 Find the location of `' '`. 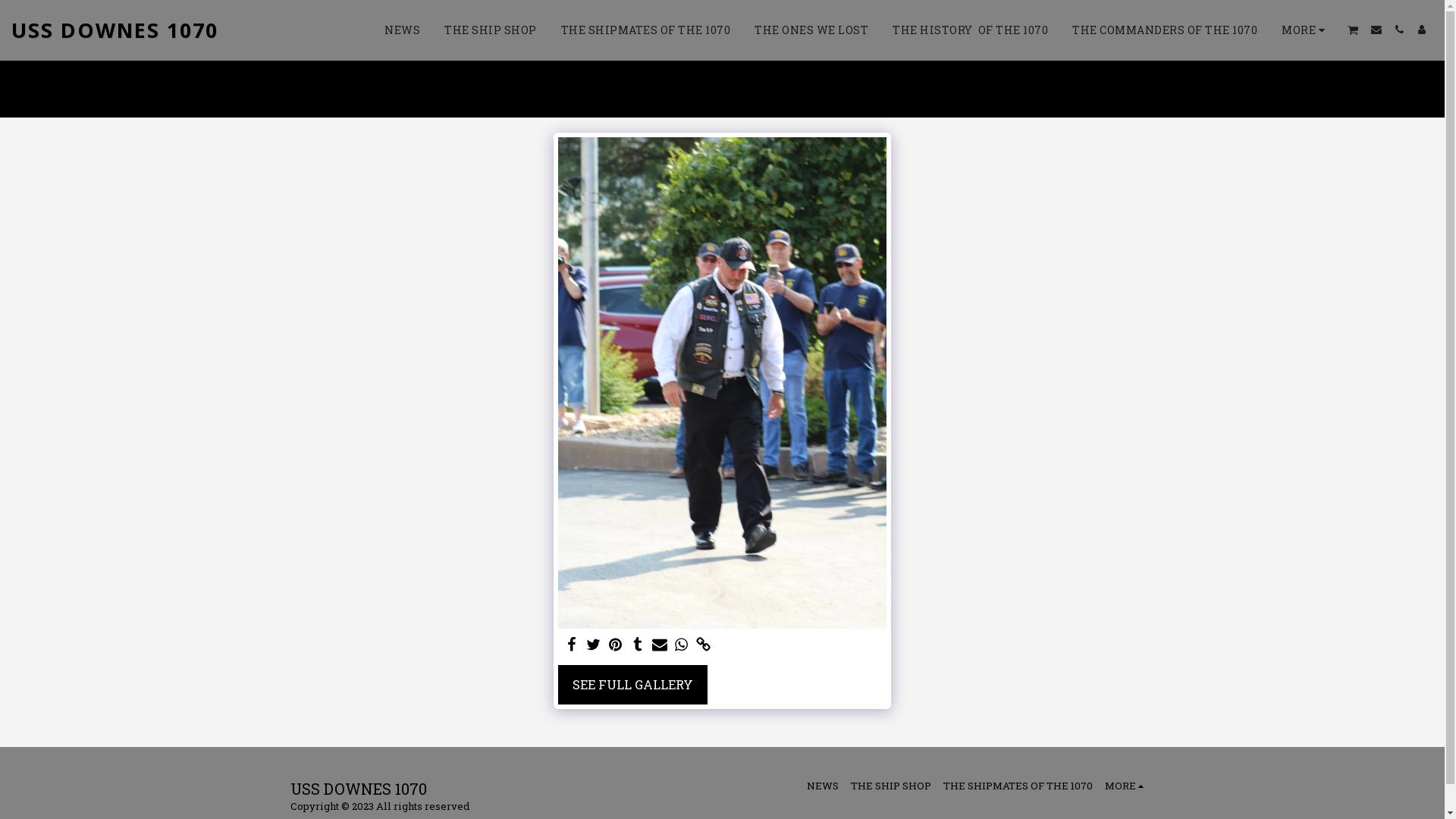

' ' is located at coordinates (1421, 29).